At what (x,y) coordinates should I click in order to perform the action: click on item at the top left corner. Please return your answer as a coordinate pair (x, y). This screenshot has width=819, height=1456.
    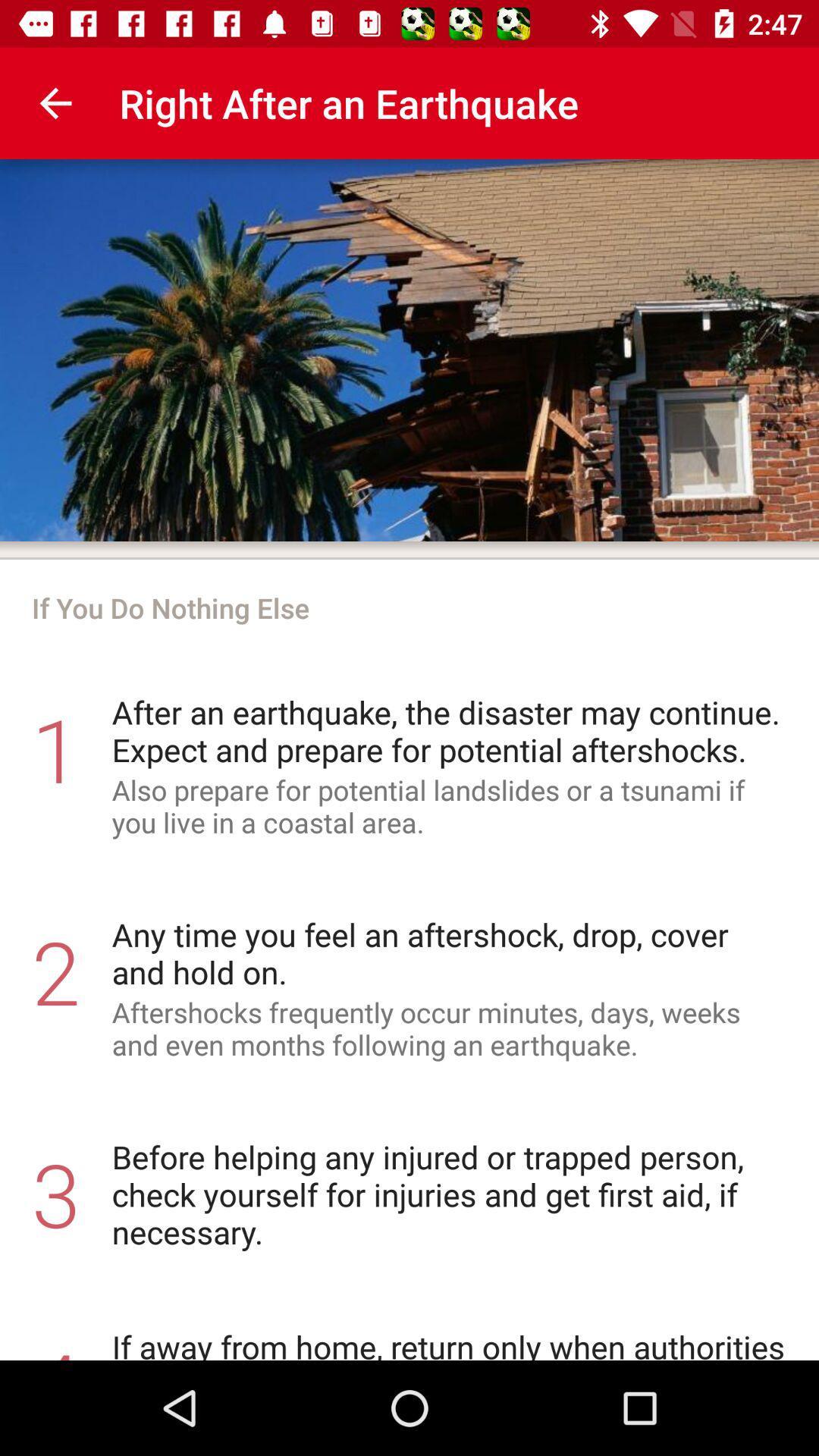
    Looking at the image, I should click on (55, 102).